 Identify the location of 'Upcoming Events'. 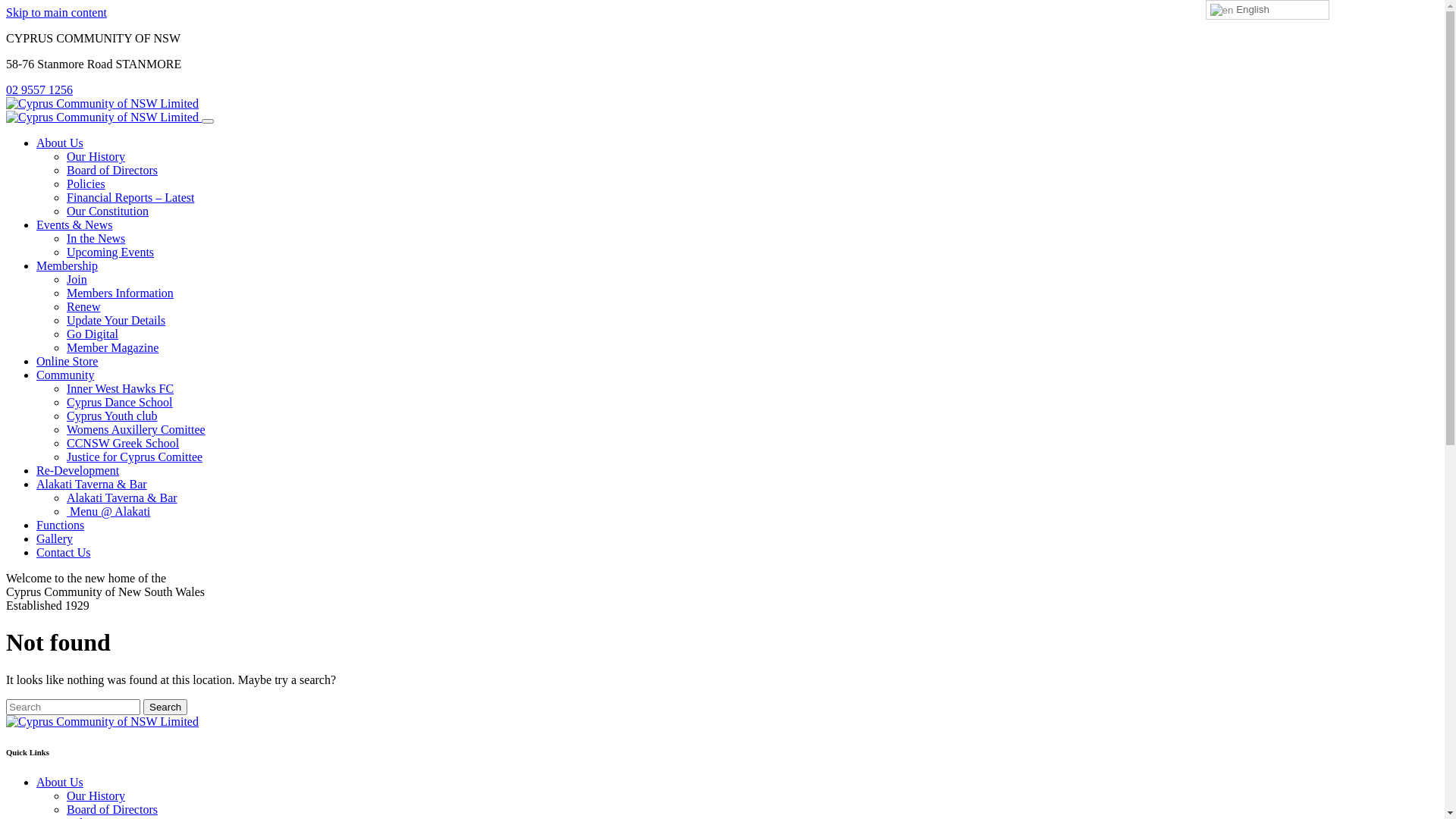
(109, 251).